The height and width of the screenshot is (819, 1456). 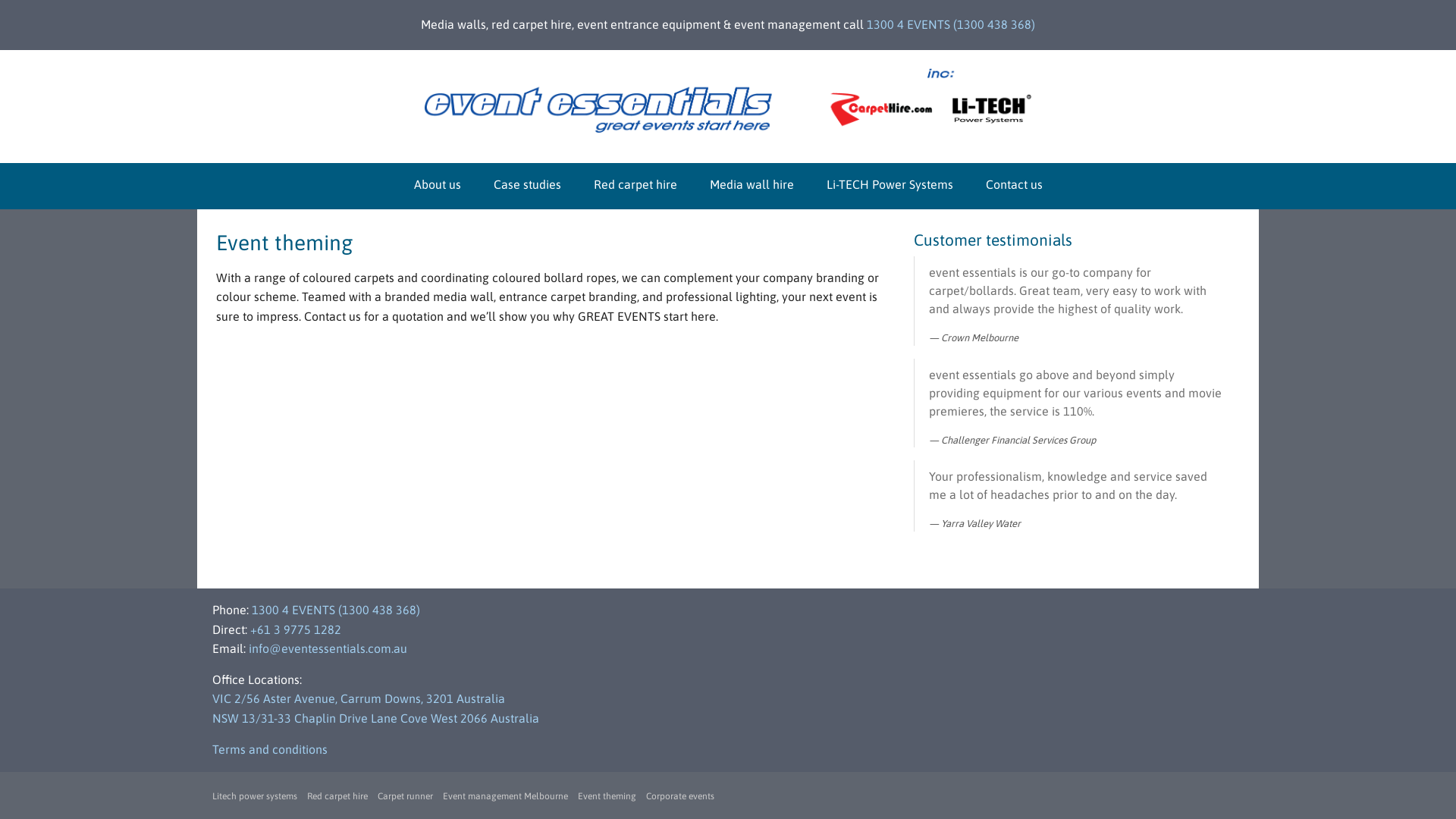 What do you see at coordinates (337, 795) in the screenshot?
I see `'Red carpet hire'` at bounding box center [337, 795].